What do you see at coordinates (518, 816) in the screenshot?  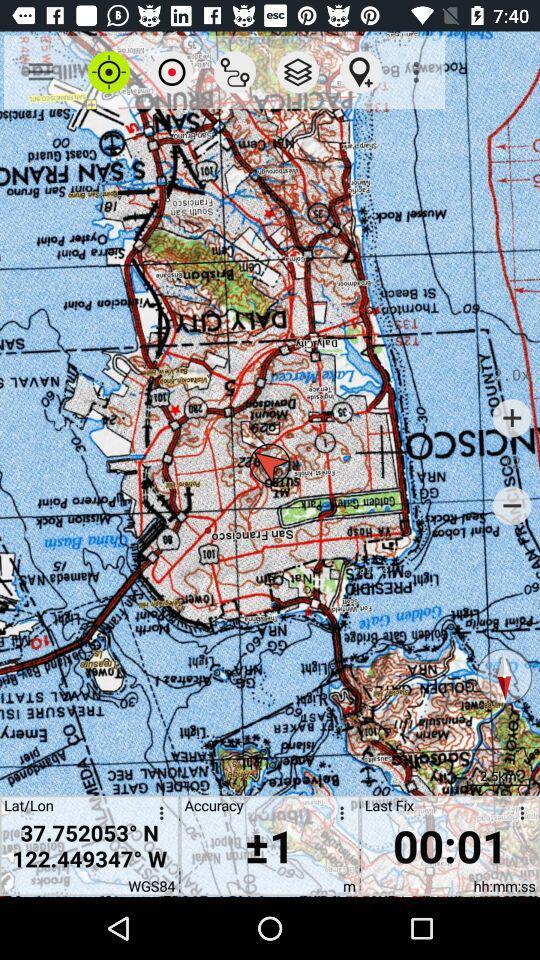 I see `customize the timer` at bounding box center [518, 816].